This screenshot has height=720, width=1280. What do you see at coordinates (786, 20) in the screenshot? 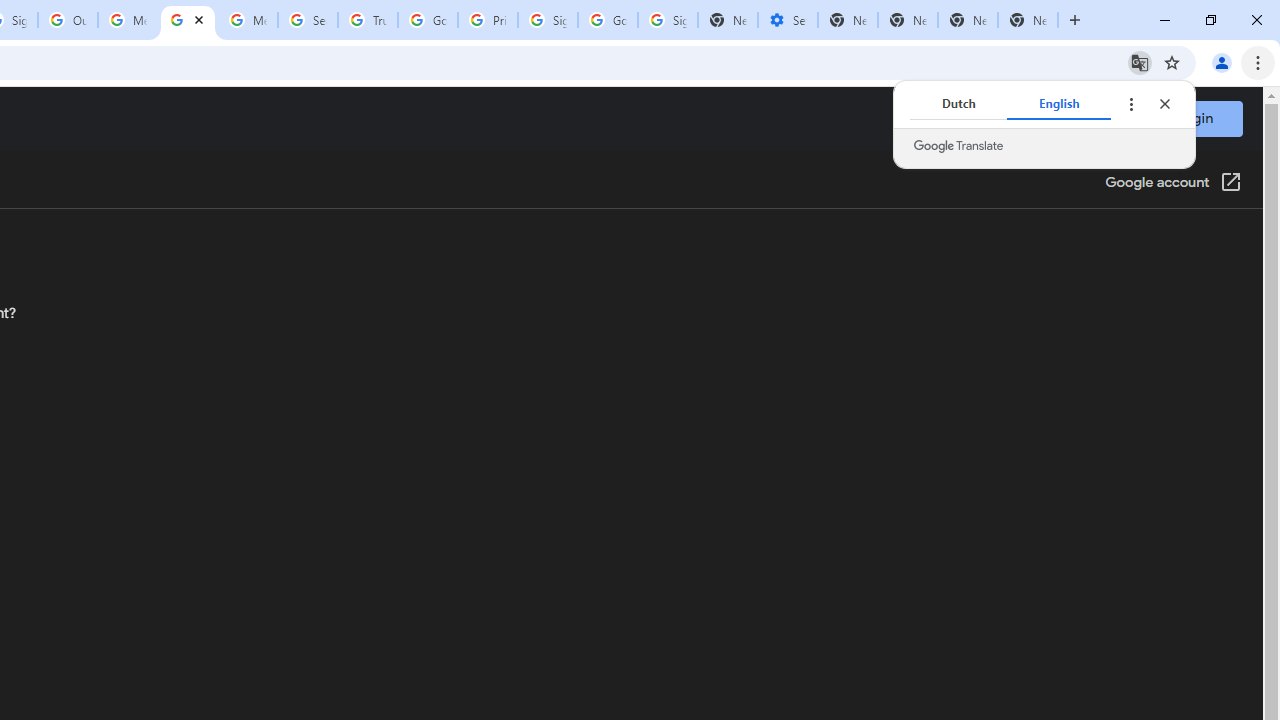
I see `'Settings - Performance'` at bounding box center [786, 20].